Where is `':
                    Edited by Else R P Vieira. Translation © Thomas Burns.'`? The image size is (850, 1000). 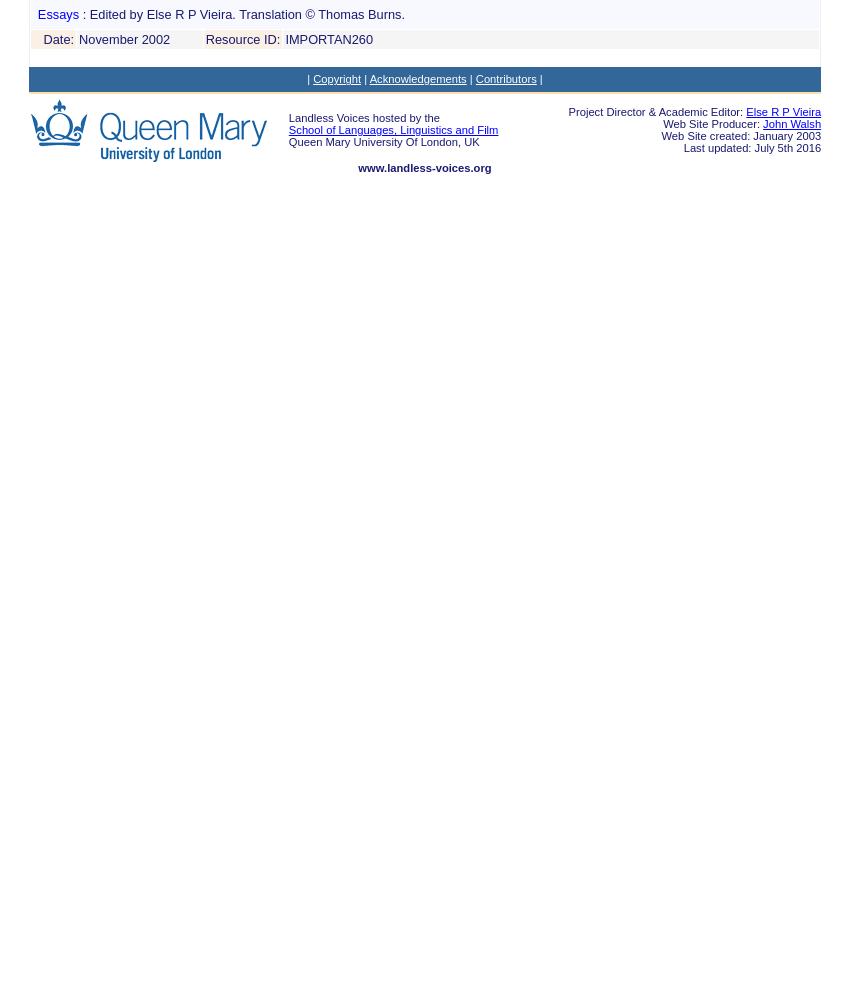
':
                    Edited by Else R P Vieira. Translation © Thomas Burns.' is located at coordinates (243, 13).